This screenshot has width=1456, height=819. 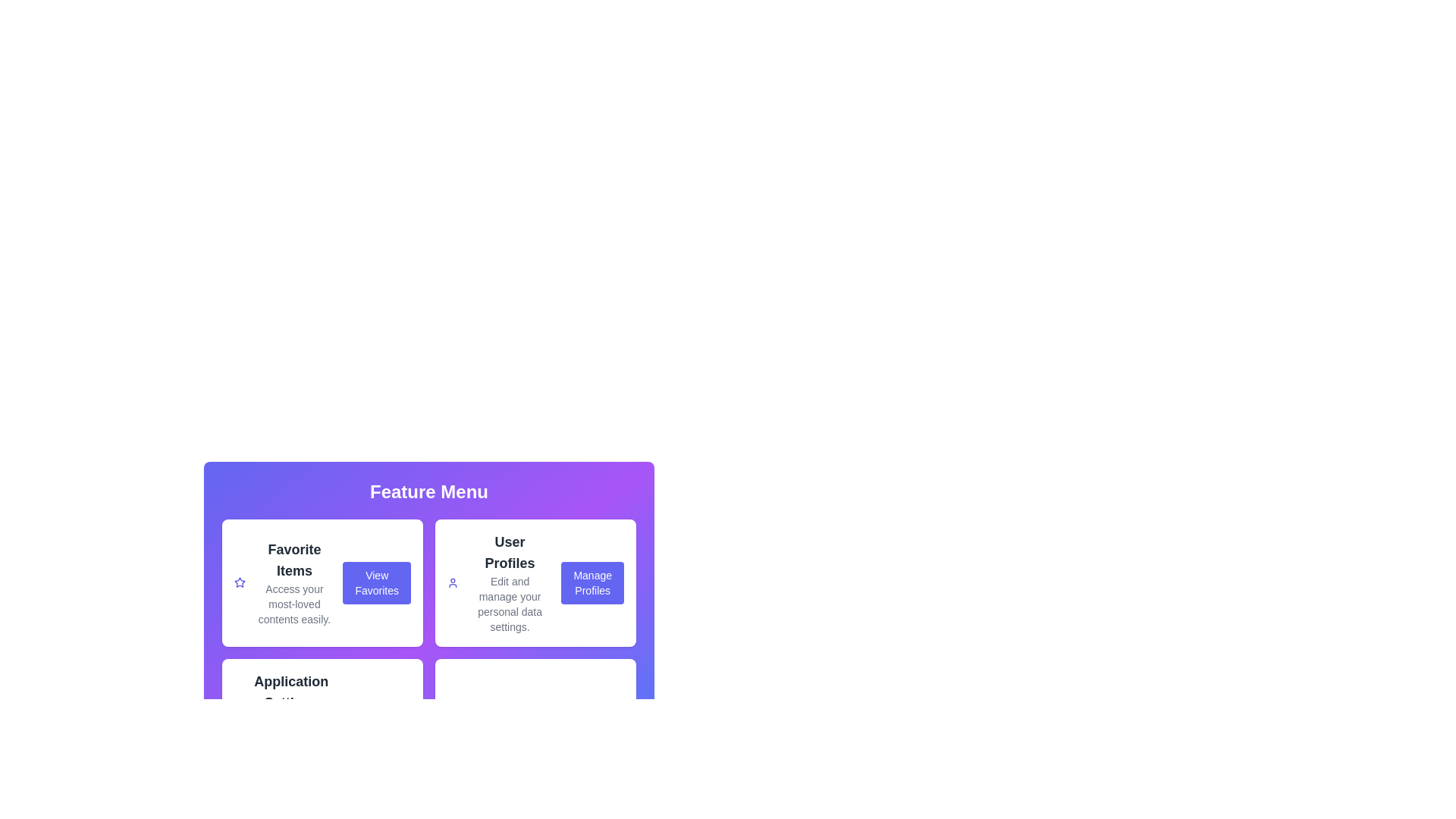 I want to click on the View Favorites button to perform its action, so click(x=377, y=582).